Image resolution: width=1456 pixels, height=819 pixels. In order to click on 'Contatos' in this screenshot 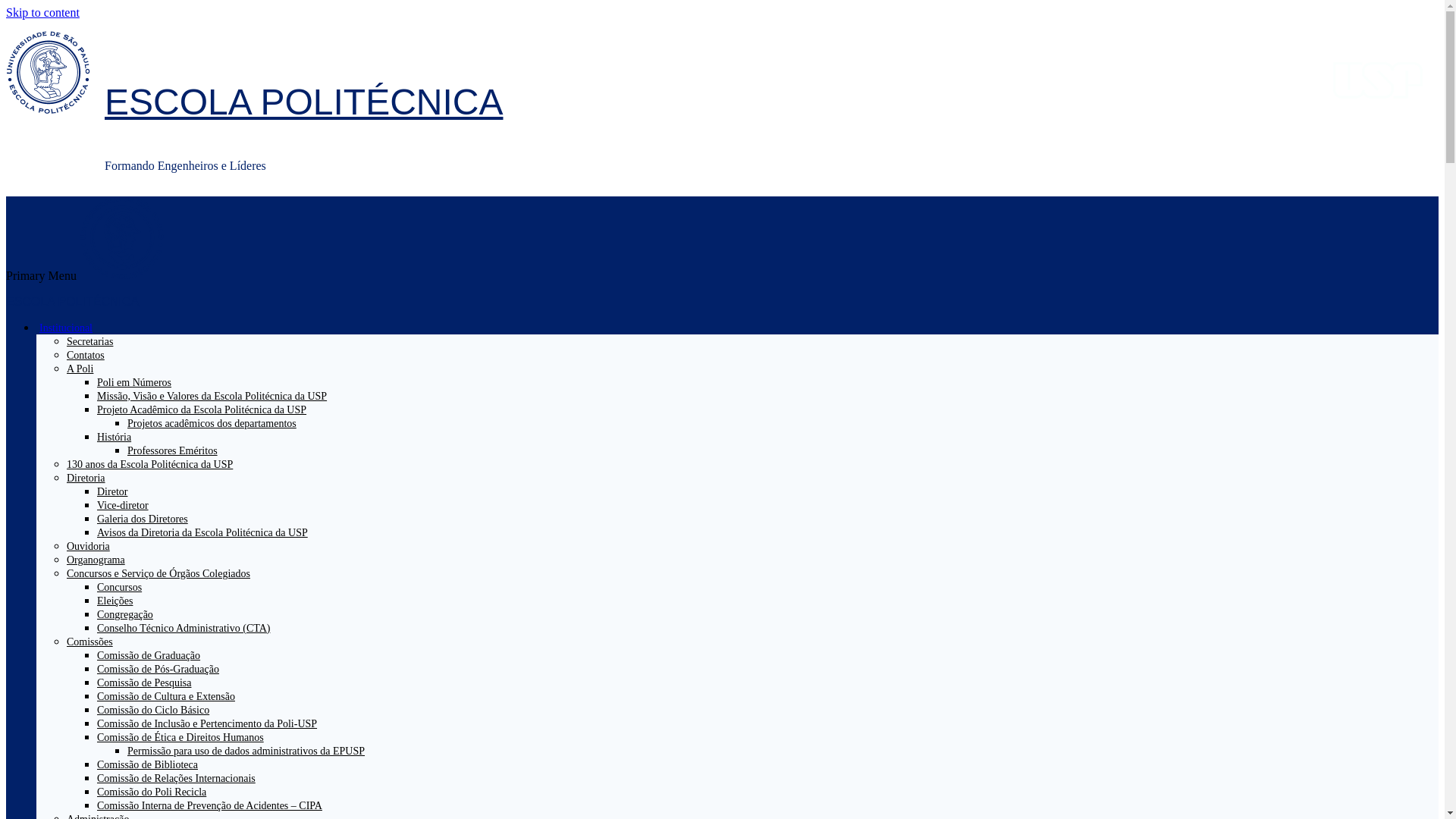, I will do `click(85, 355)`.